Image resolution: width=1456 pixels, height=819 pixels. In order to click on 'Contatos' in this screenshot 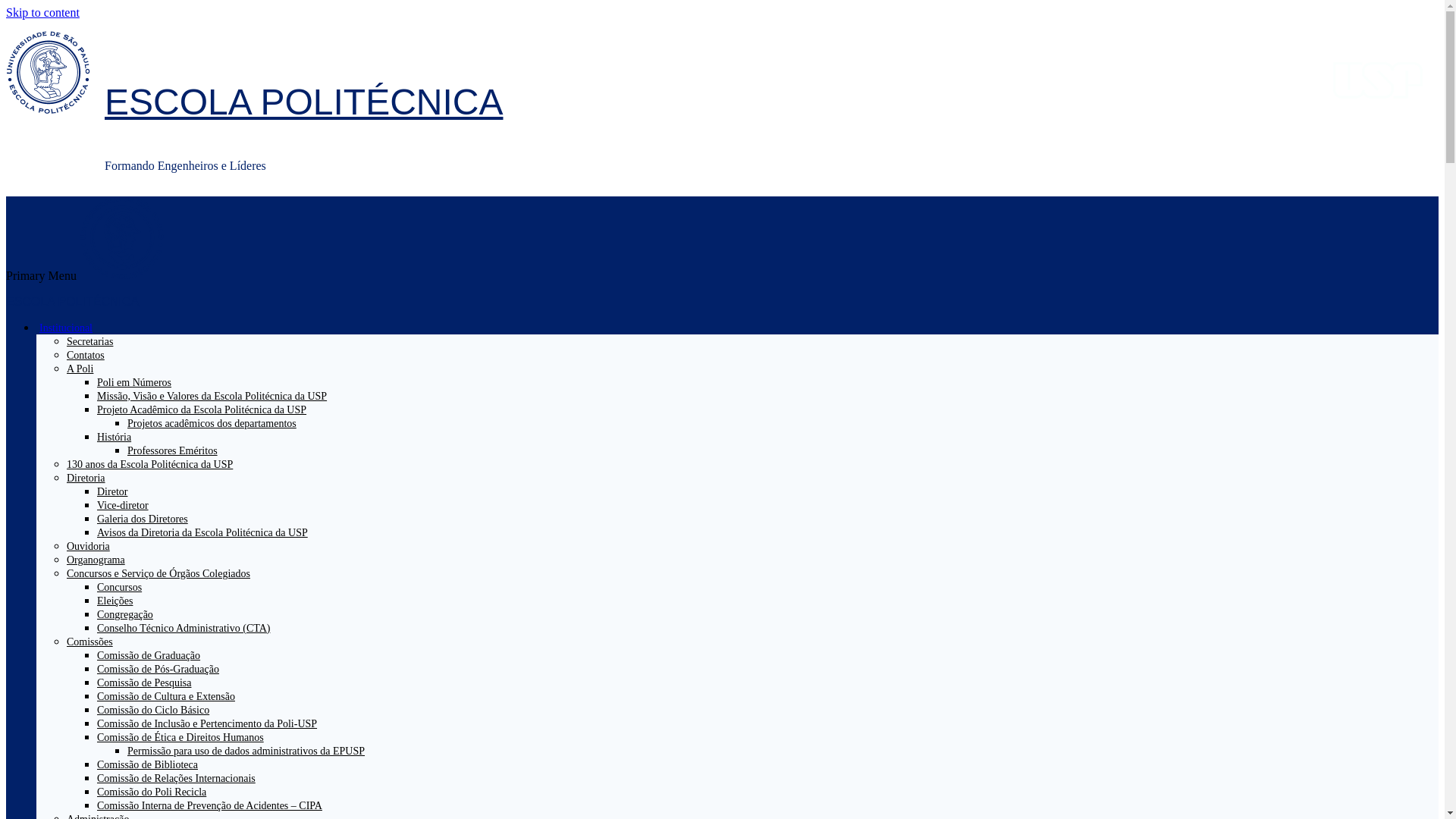, I will do `click(85, 355)`.